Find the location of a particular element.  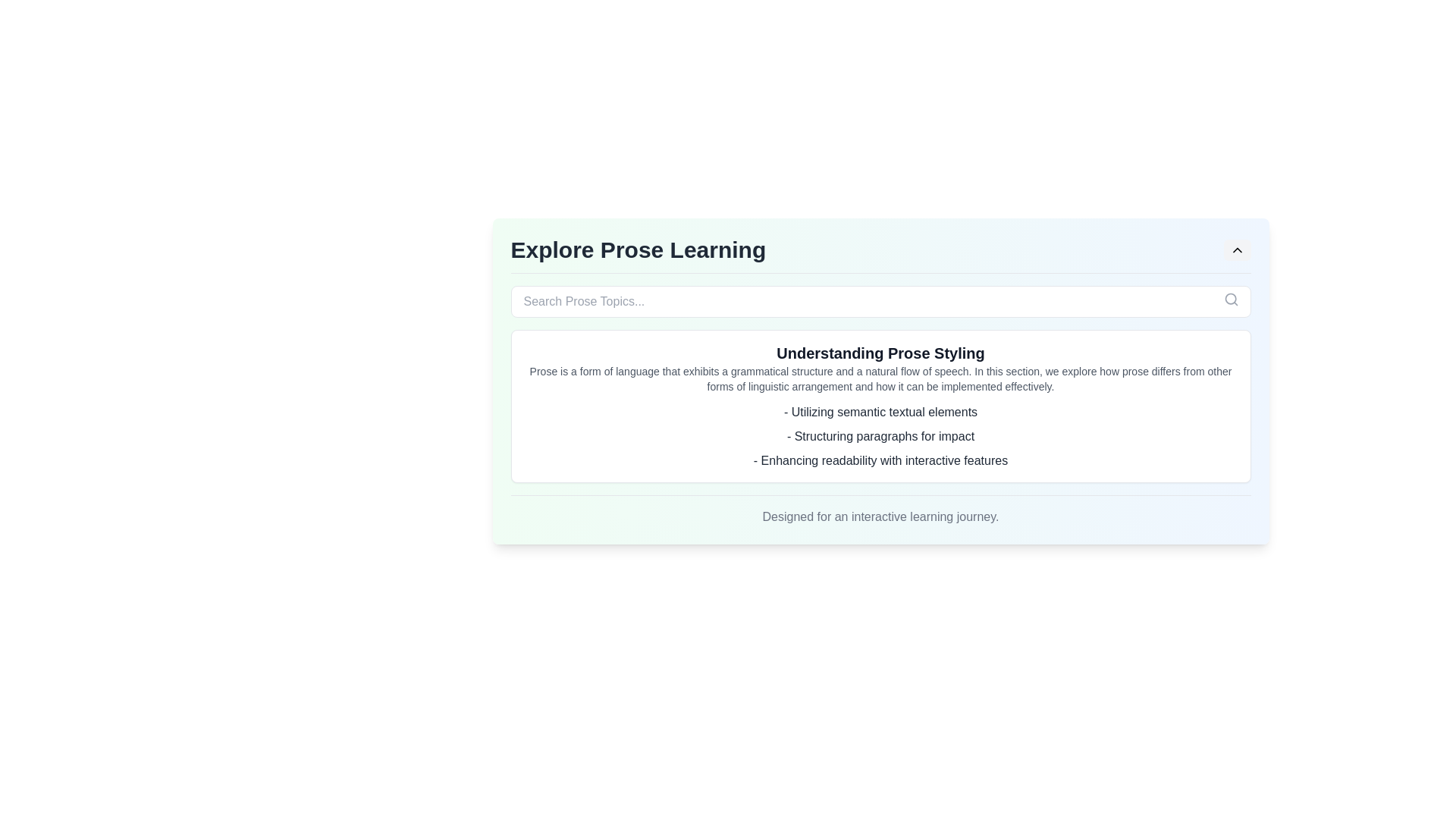

the Header text element, which serves as the title or header introducing the topic, positioned at the upper center area of the white card is located at coordinates (880, 353).